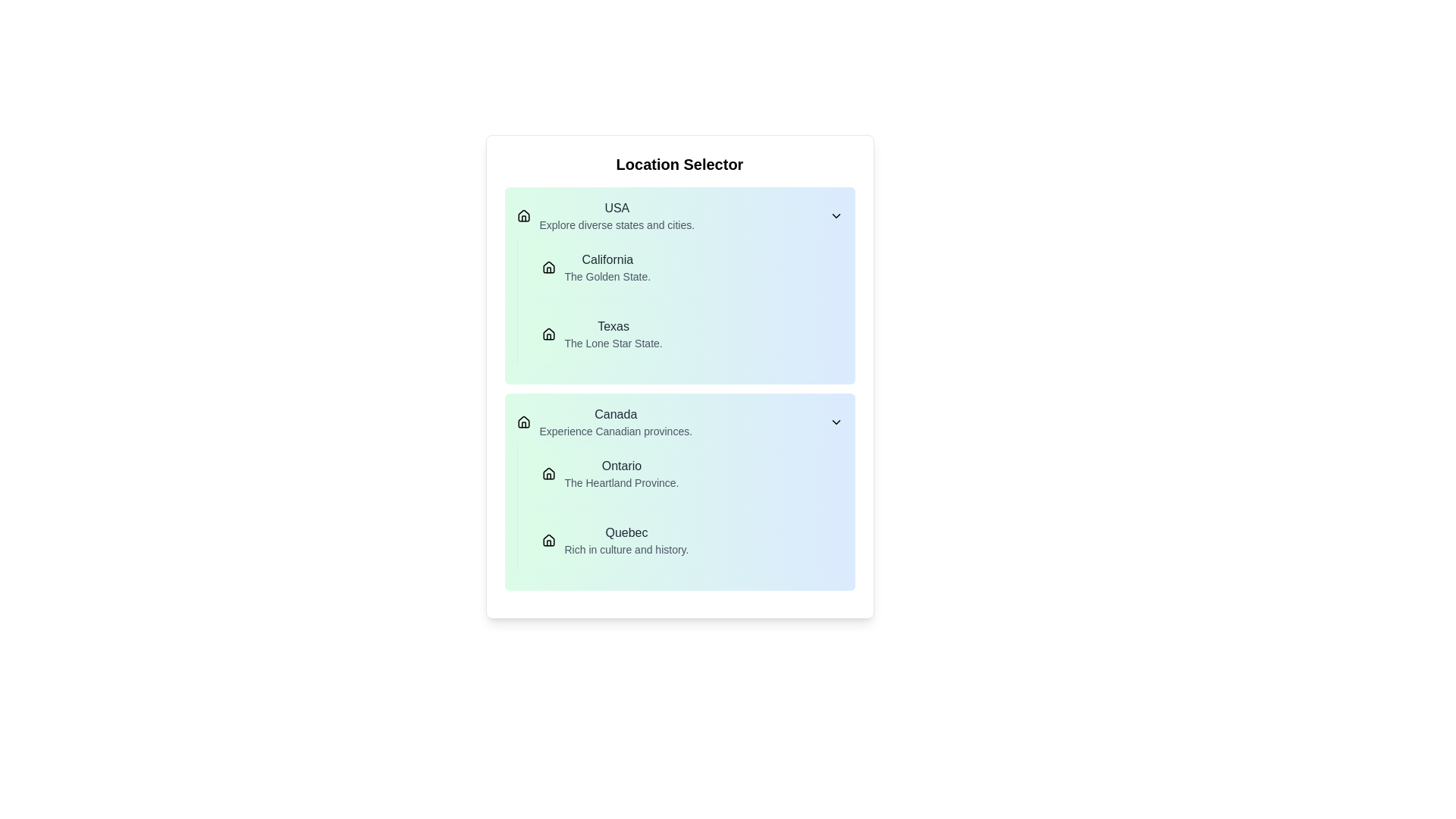 The height and width of the screenshot is (819, 1456). Describe the element at coordinates (626, 532) in the screenshot. I see `the 'Quebec' text label, which serves as a heading for the location and is positioned above the descriptive text 'Rich in culture and history.'` at that location.